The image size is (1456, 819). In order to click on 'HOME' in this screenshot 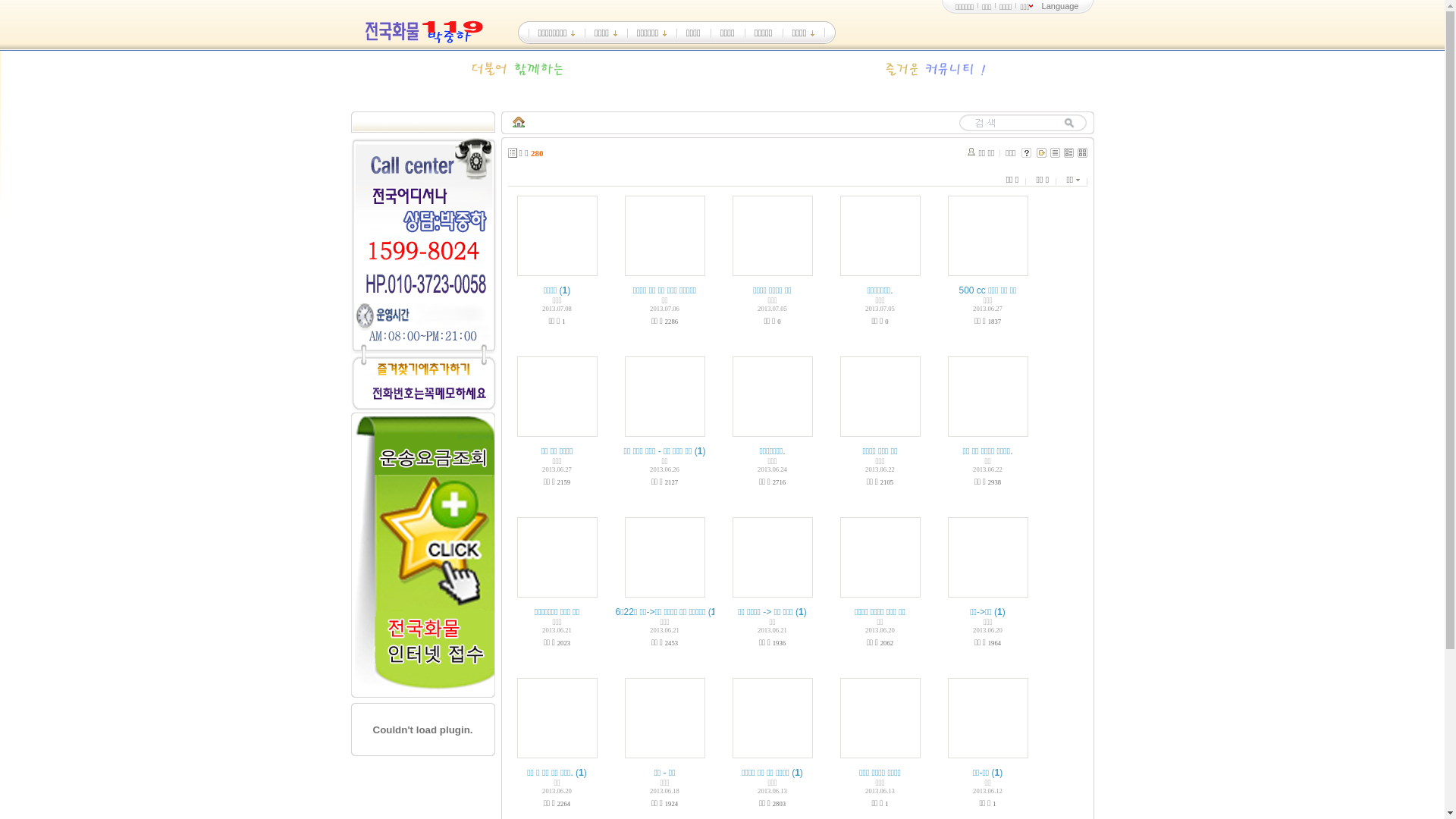, I will do `click(519, 122)`.